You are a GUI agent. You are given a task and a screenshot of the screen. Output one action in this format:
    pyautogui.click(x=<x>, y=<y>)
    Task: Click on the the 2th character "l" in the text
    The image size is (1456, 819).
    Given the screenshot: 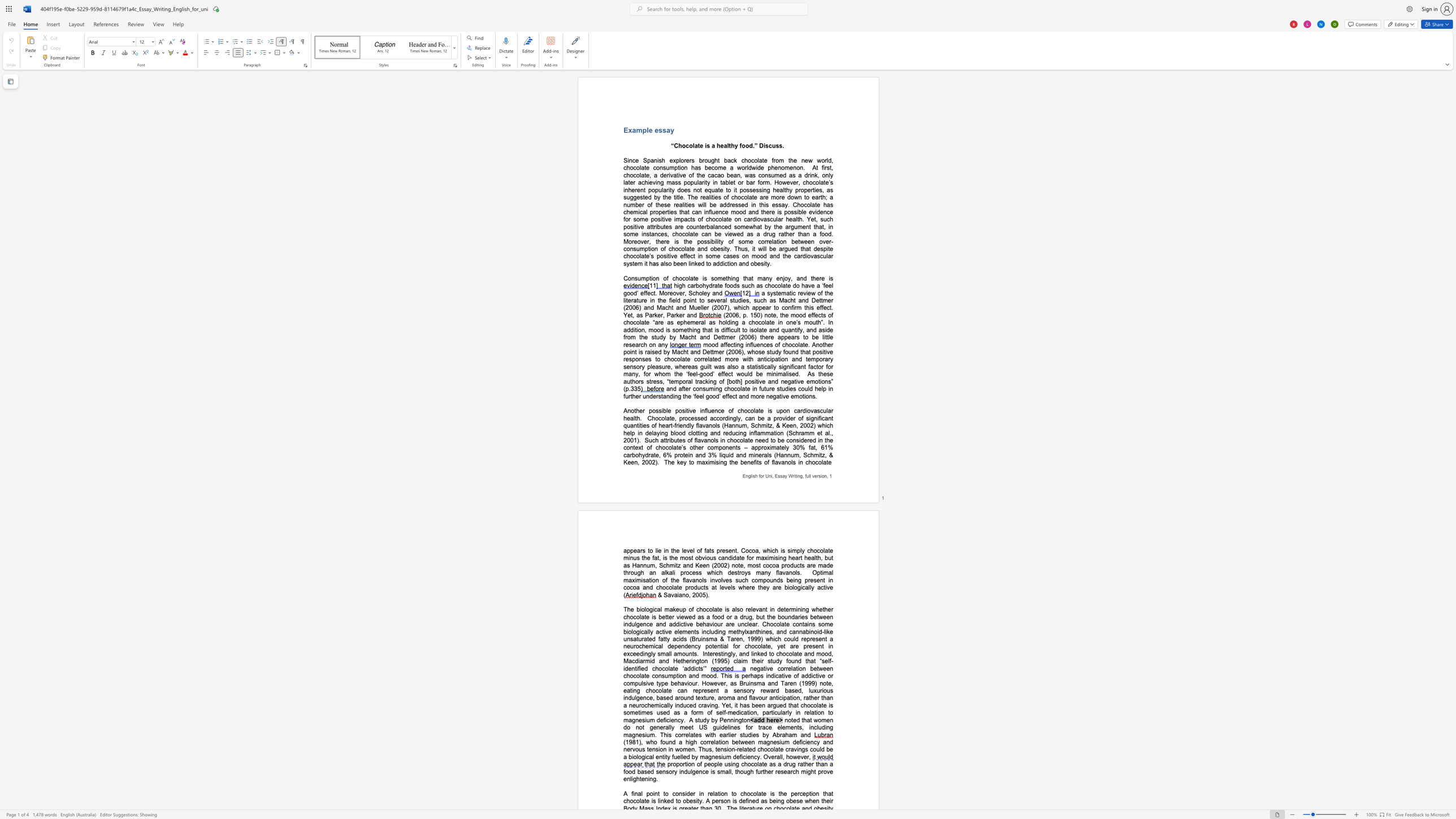 What is the action you would take?
    pyautogui.click(x=707, y=410)
    